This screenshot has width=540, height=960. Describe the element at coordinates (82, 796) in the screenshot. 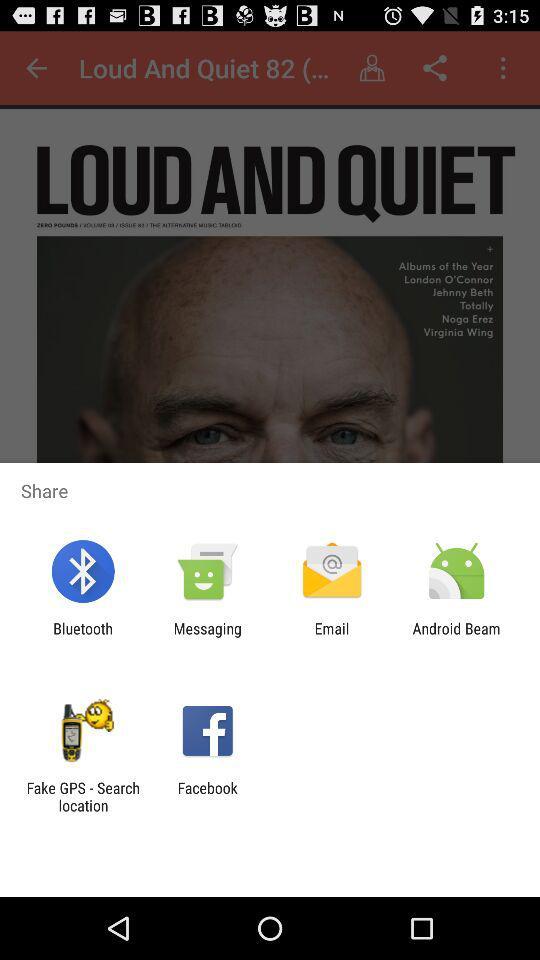

I see `the fake gps search icon` at that location.